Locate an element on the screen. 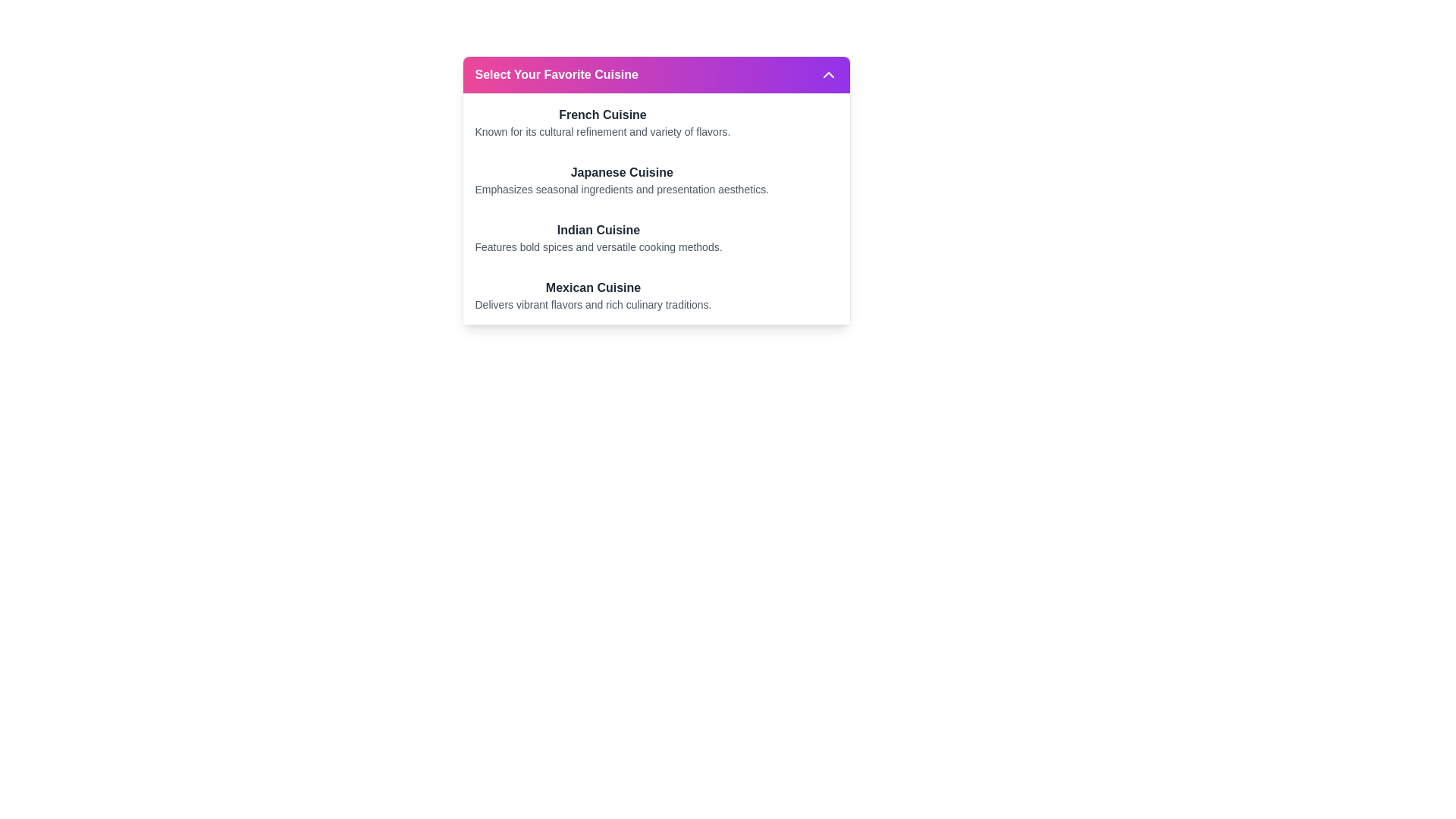 This screenshot has height=819, width=1456. the static text content that provides supplemental information for the 'French Cuisine' heading, located directly below it is located at coordinates (601, 130).